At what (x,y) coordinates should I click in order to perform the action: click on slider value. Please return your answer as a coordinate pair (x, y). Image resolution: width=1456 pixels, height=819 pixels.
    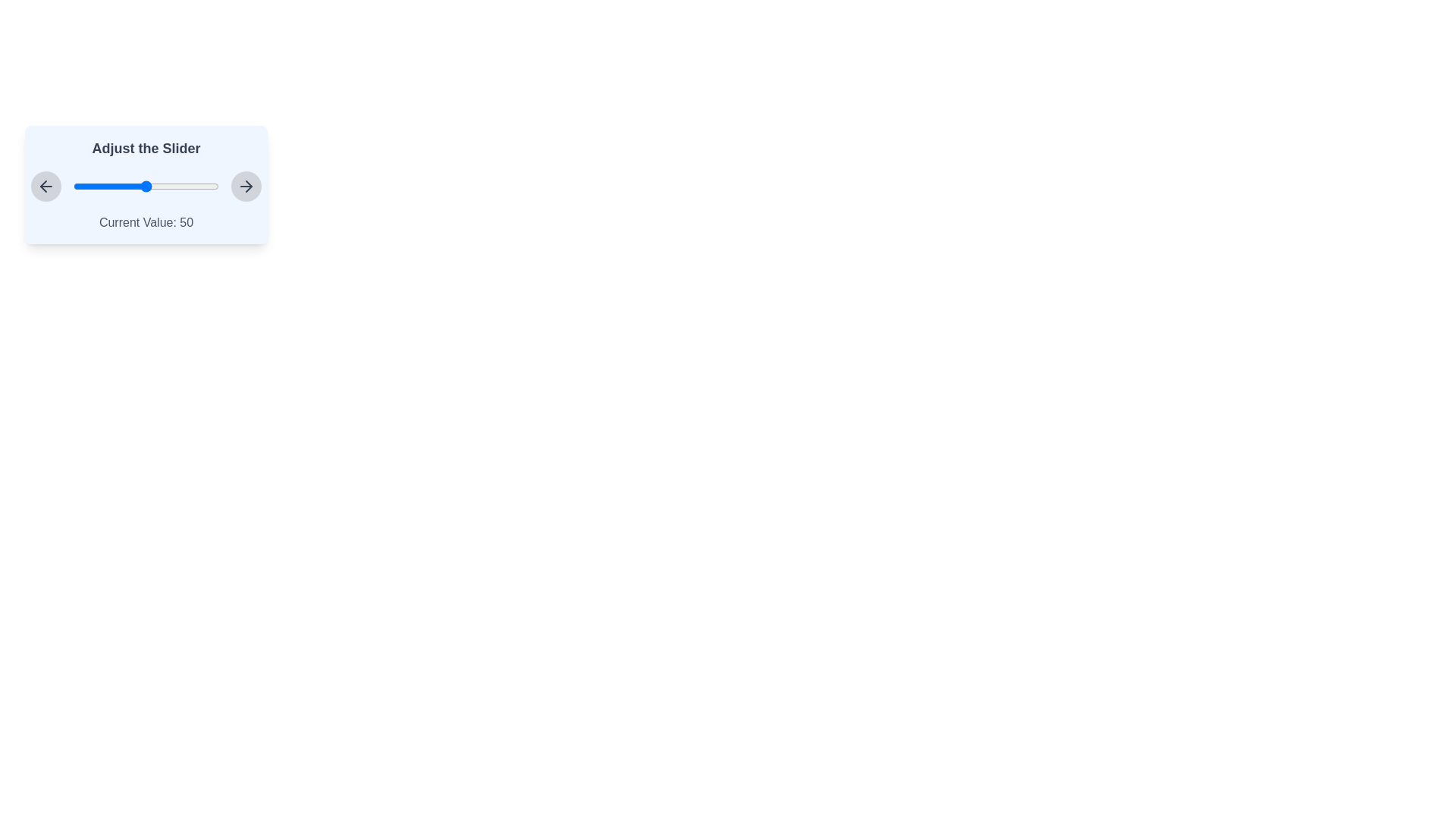
    Looking at the image, I should click on (159, 186).